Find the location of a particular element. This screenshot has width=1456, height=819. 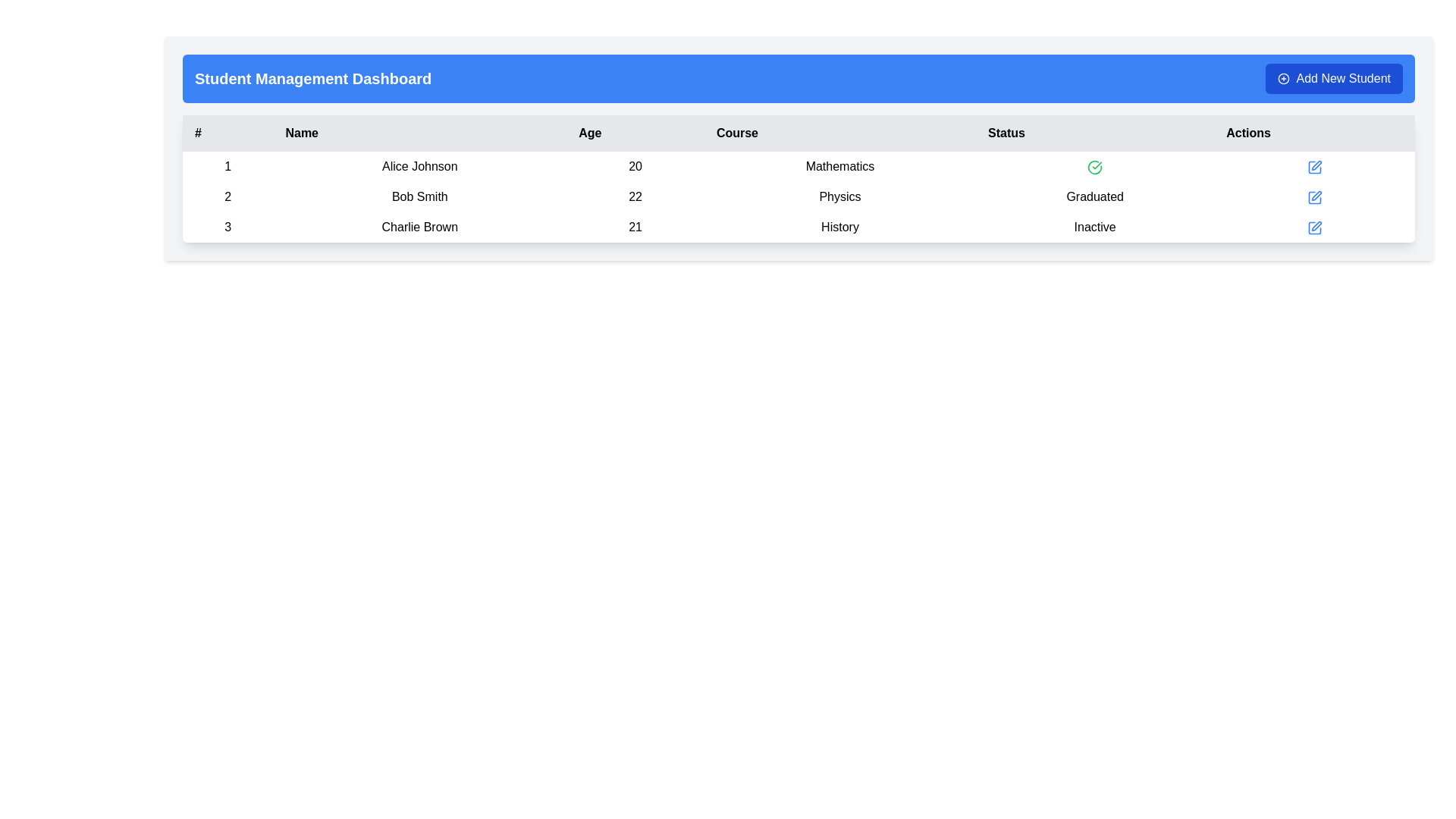

the header text element indicating 'Student Management Dashboard', located on the left-hand side of the blue rectangular header bar is located at coordinates (312, 79).